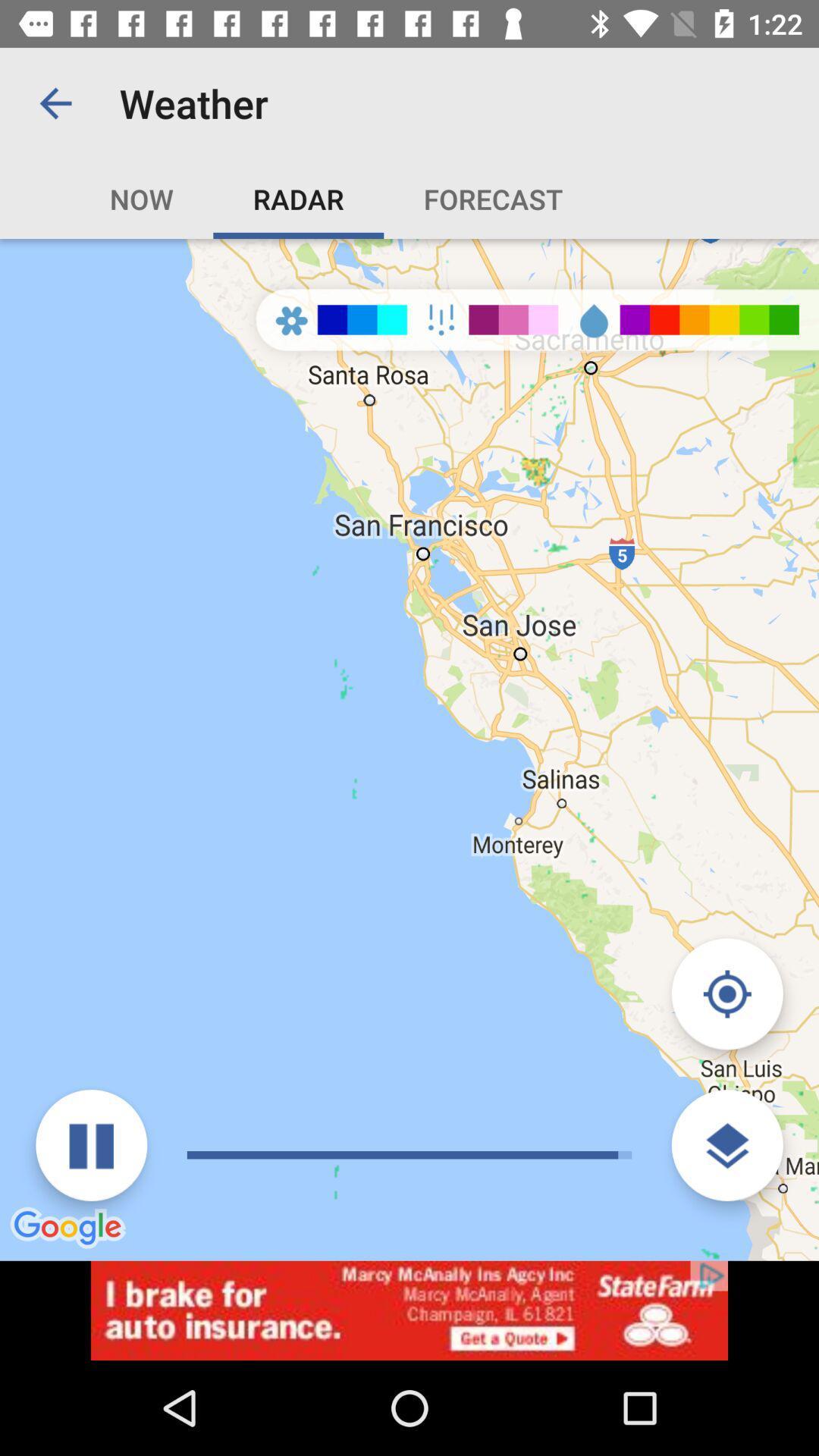 Image resolution: width=819 pixels, height=1456 pixels. Describe the element at coordinates (726, 993) in the screenshot. I see `map` at that location.